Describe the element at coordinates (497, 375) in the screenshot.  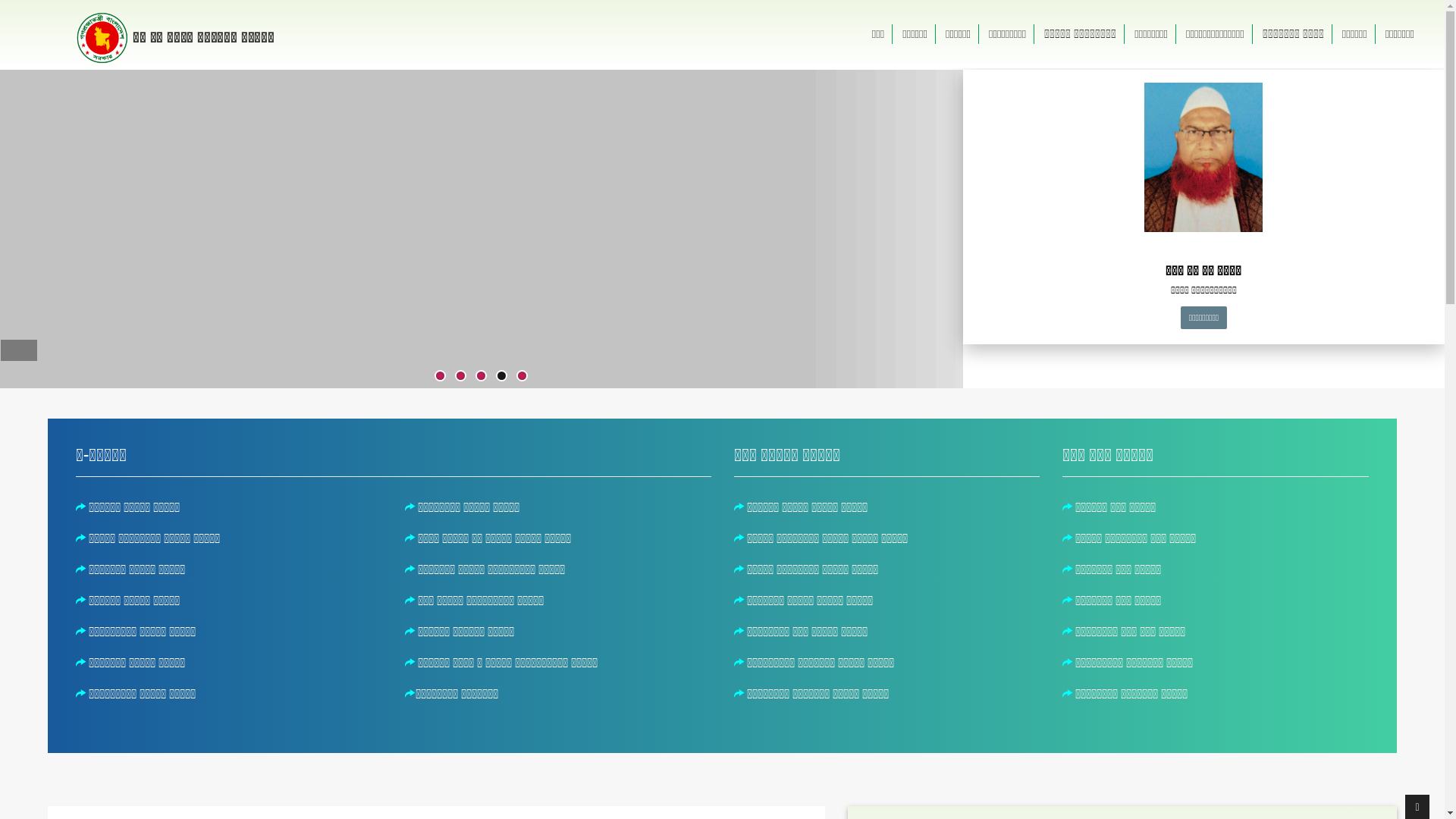
I see `'4'` at that location.